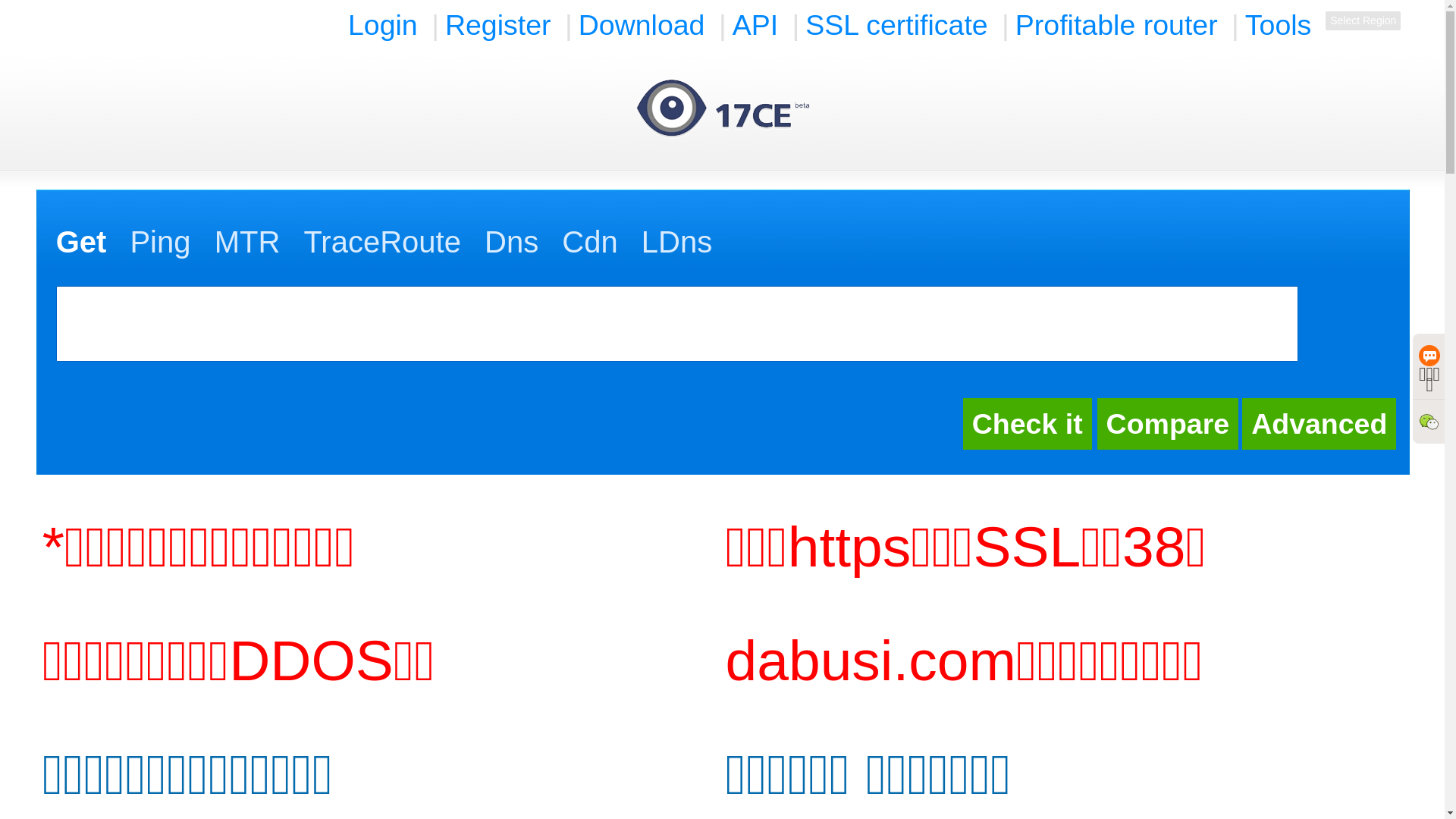  Describe the element at coordinates (247, 241) in the screenshot. I see `'MTR'` at that location.